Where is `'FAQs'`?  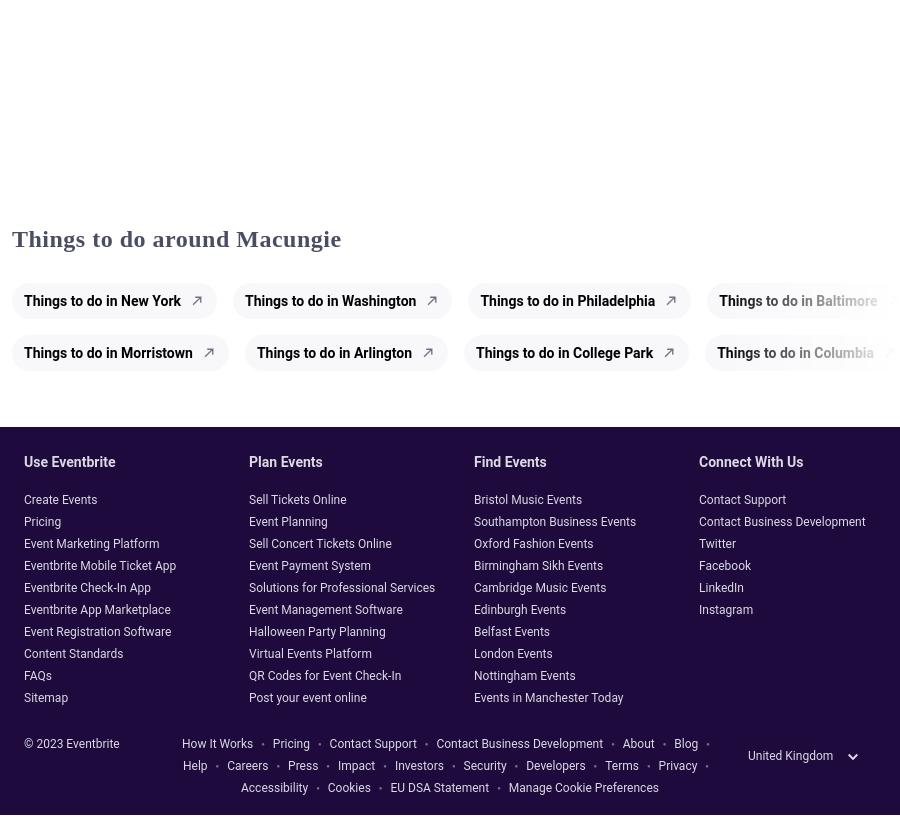 'FAQs' is located at coordinates (36, 673).